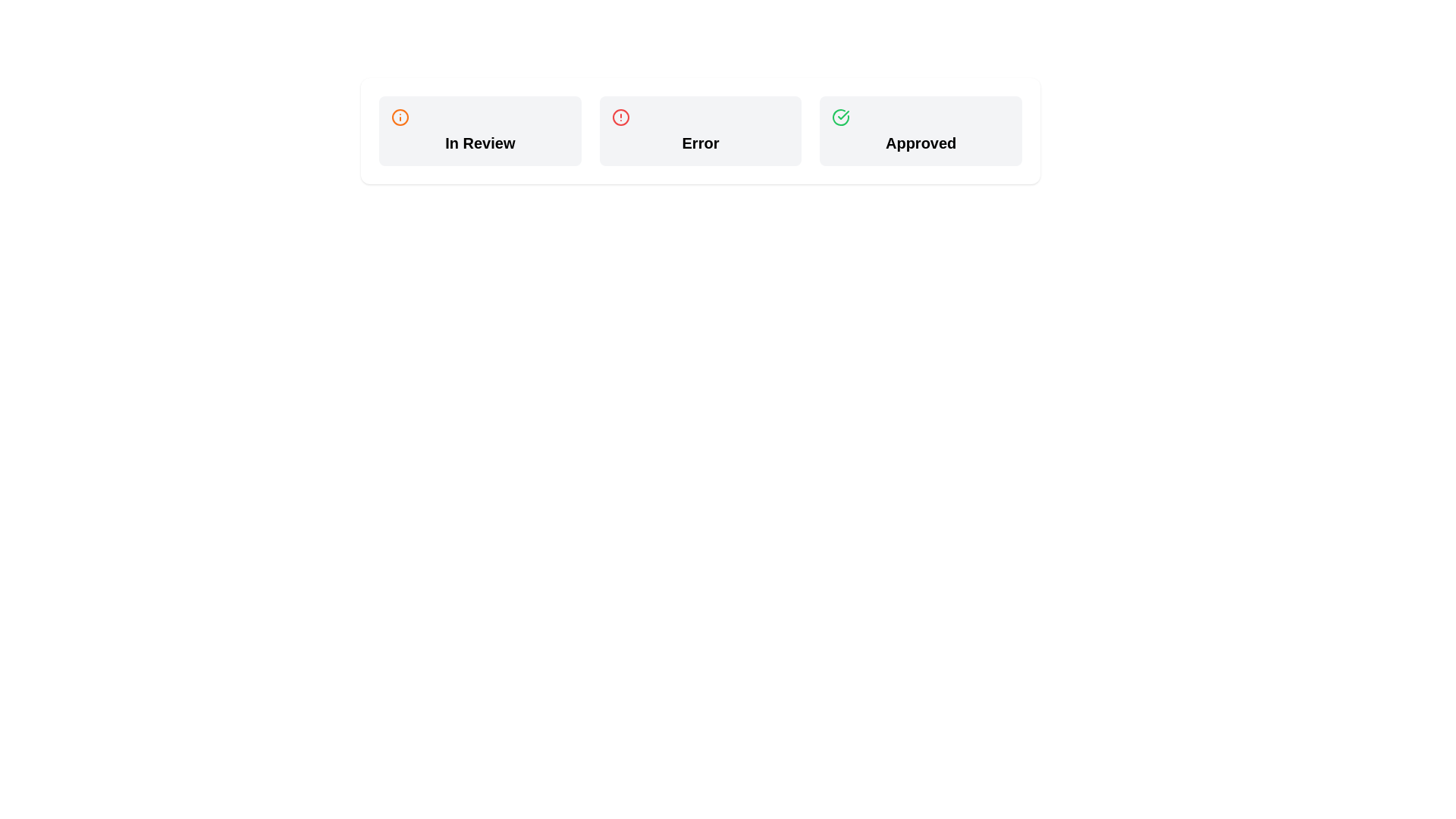 Image resolution: width=1456 pixels, height=819 pixels. I want to click on the second Text Label which indicates an error state, positioned between 'In Review' and 'Approved', so click(699, 143).